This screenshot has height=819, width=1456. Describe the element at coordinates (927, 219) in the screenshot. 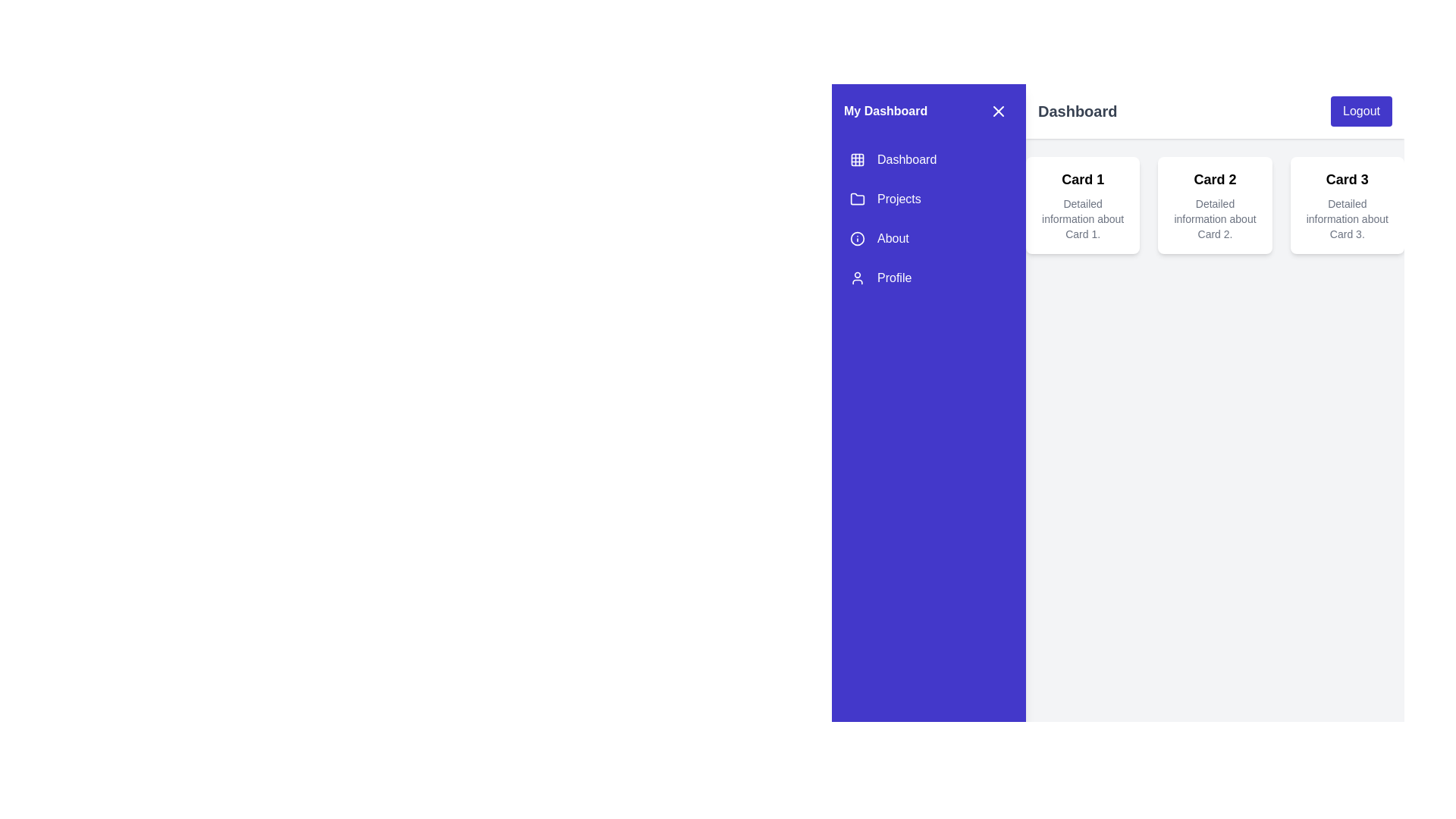

I see `the 'Projects' navigational link in the sidebar` at that location.